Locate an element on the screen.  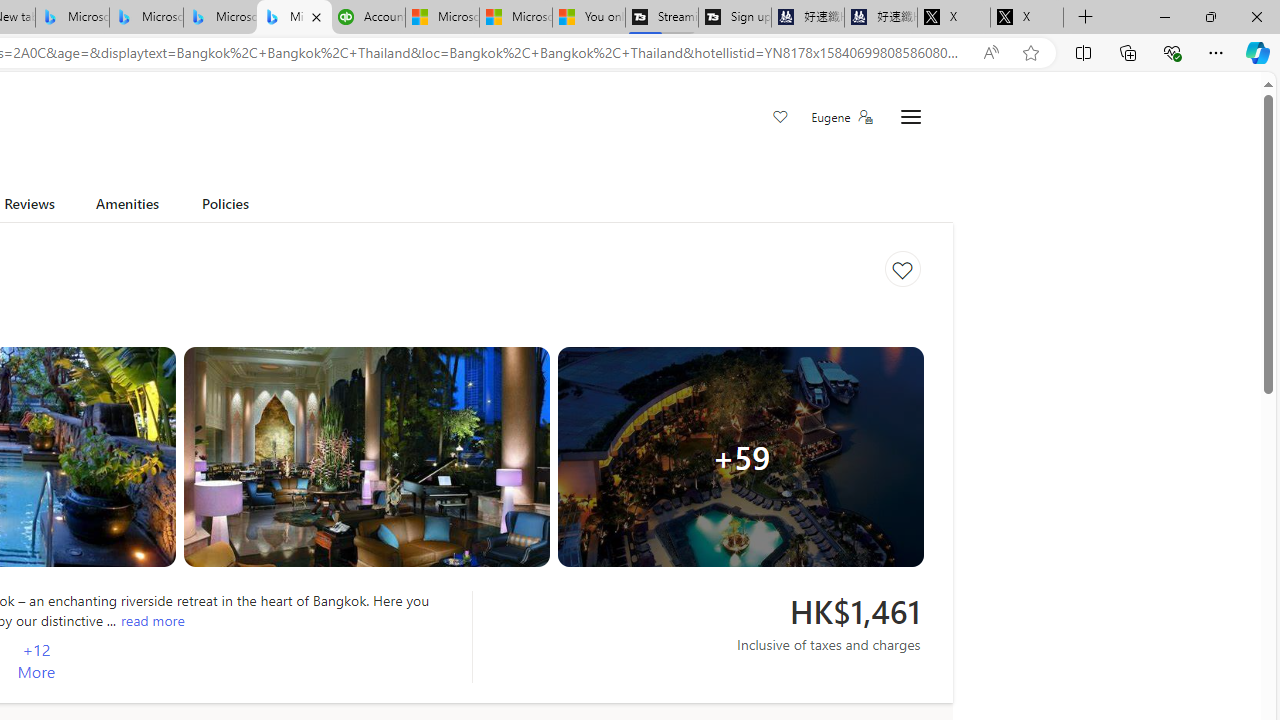
'Eugene' is located at coordinates (841, 117).